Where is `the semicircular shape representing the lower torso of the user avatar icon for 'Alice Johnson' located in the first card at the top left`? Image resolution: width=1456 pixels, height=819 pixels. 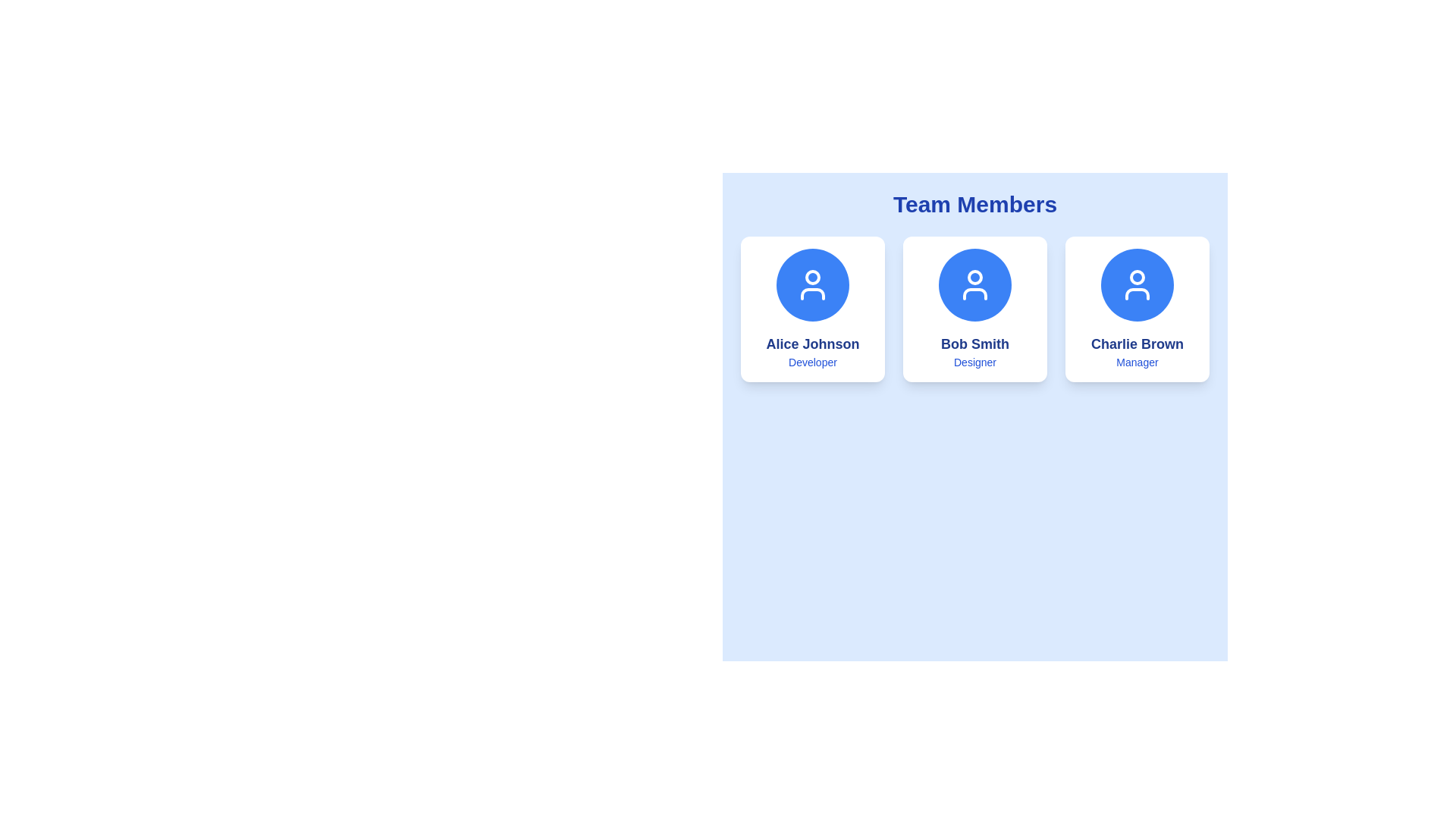
the semicircular shape representing the lower torso of the user avatar icon for 'Alice Johnson' located in the first card at the top left is located at coordinates (811, 294).